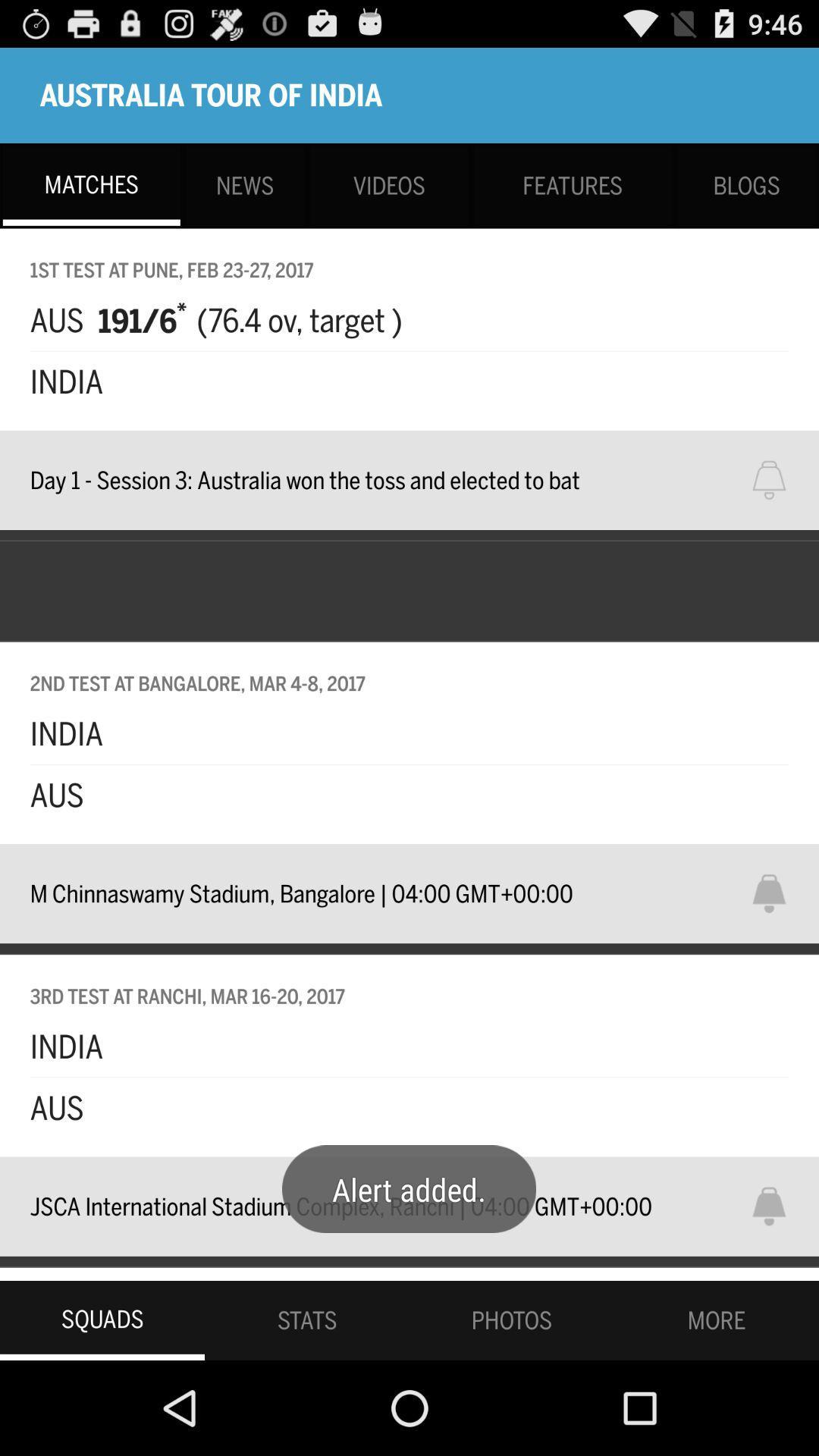 The height and width of the screenshot is (1456, 819). What do you see at coordinates (779, 893) in the screenshot?
I see `sets alarm` at bounding box center [779, 893].